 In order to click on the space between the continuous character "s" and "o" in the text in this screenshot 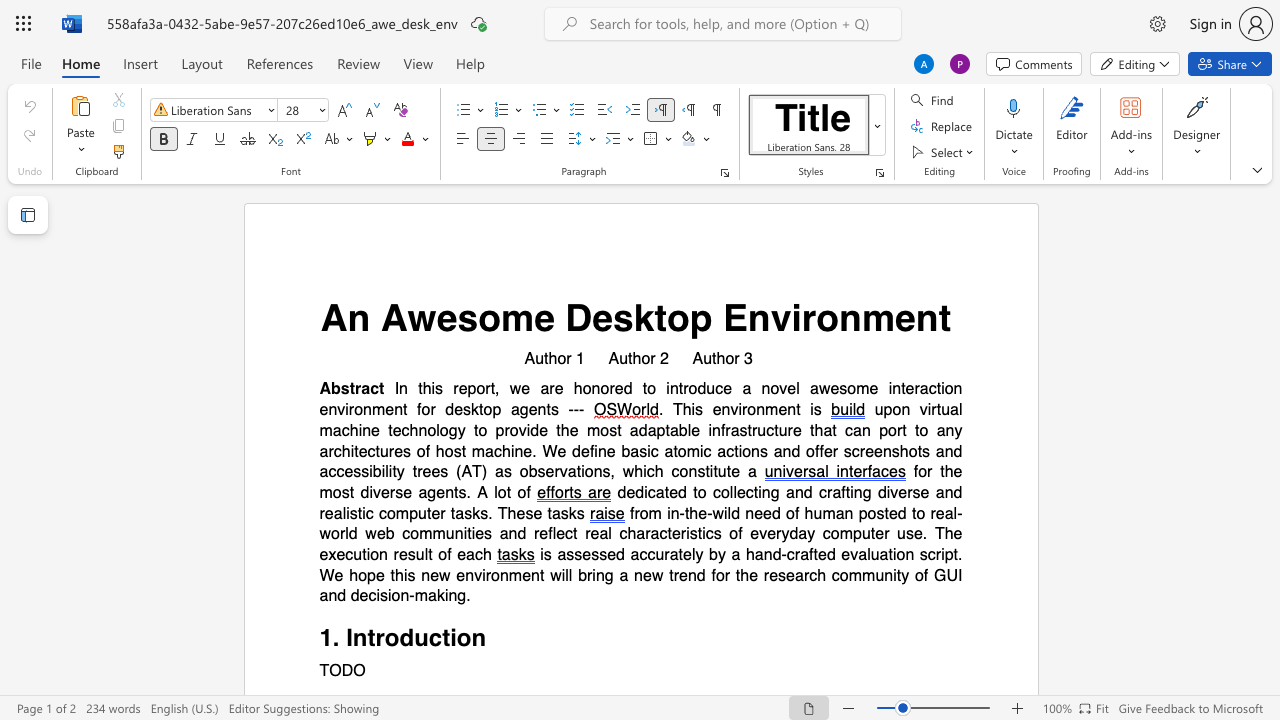, I will do `click(477, 317)`.